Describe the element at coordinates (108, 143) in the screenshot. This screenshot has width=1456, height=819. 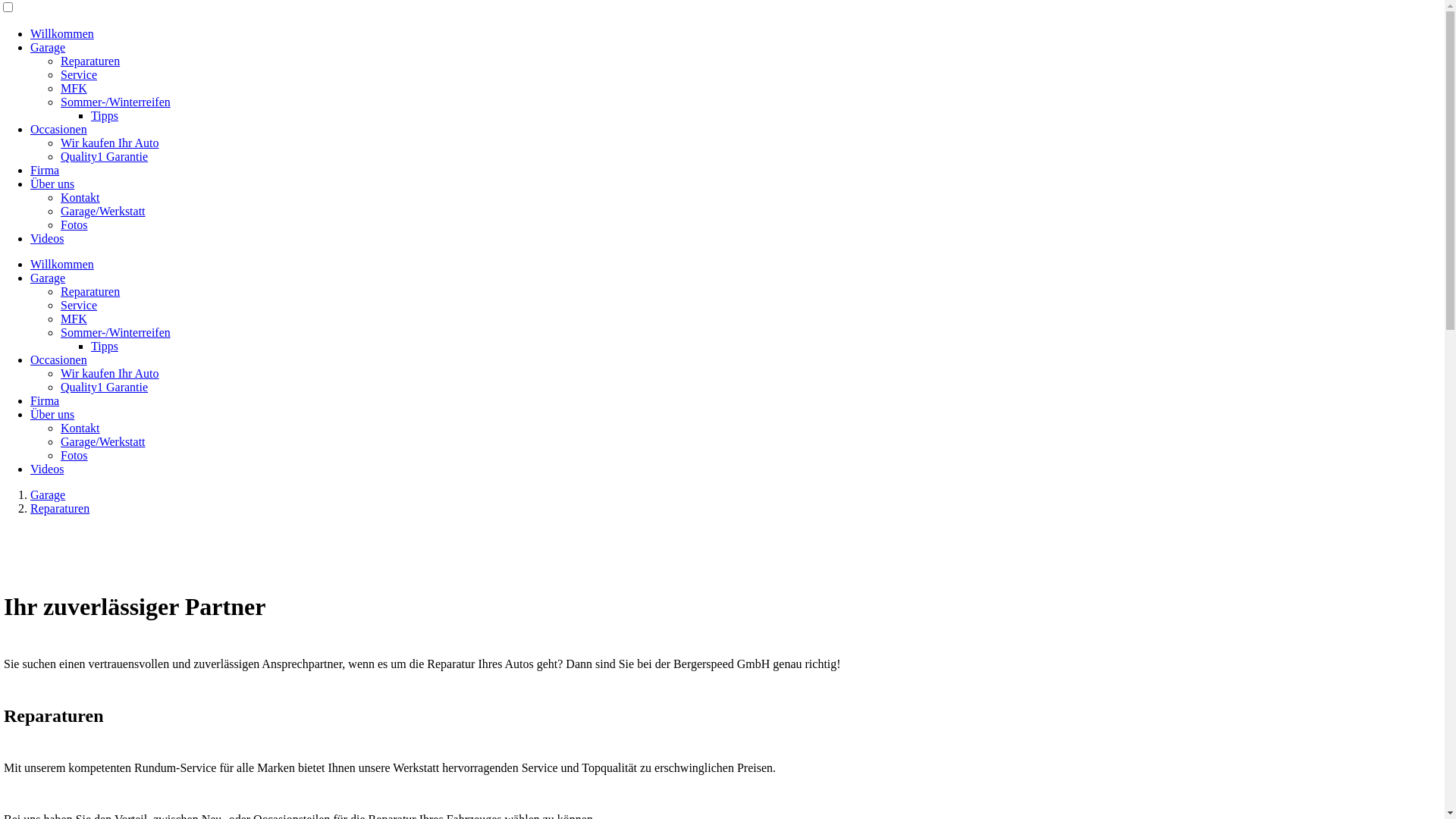
I see `'Wir kaufen Ihr Auto'` at that location.